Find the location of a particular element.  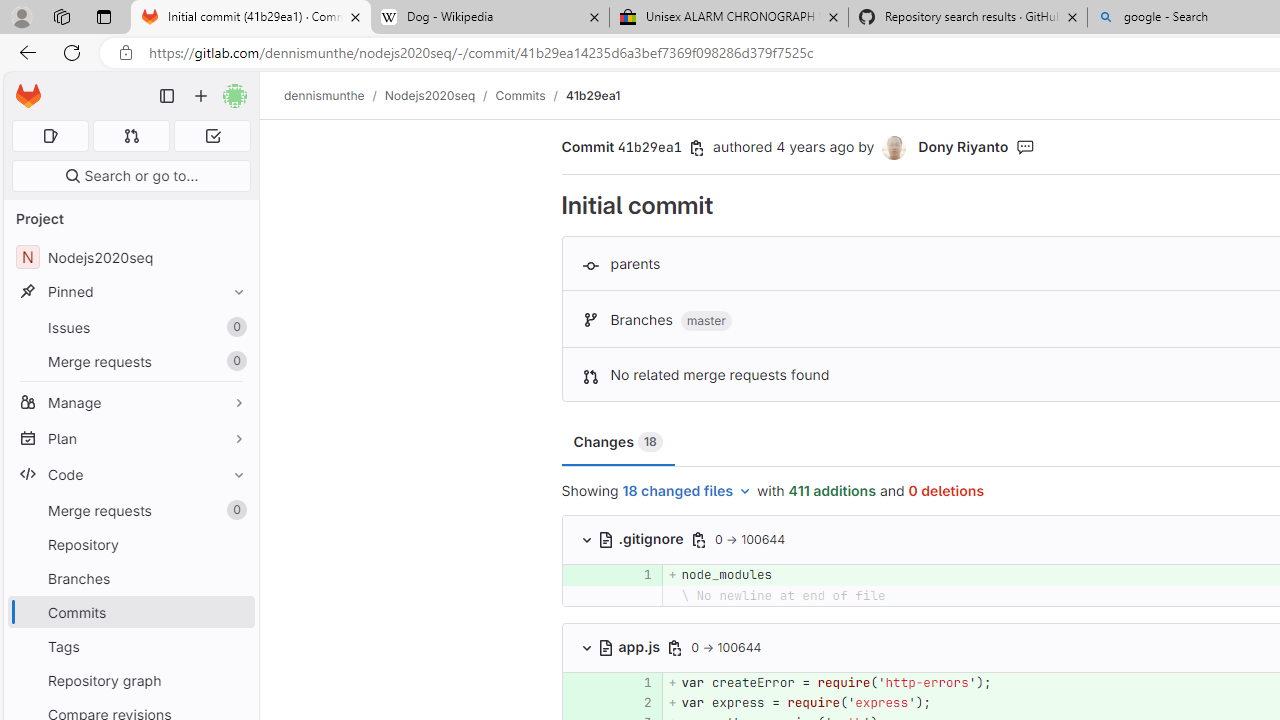

'Repository' is located at coordinates (130, 544).